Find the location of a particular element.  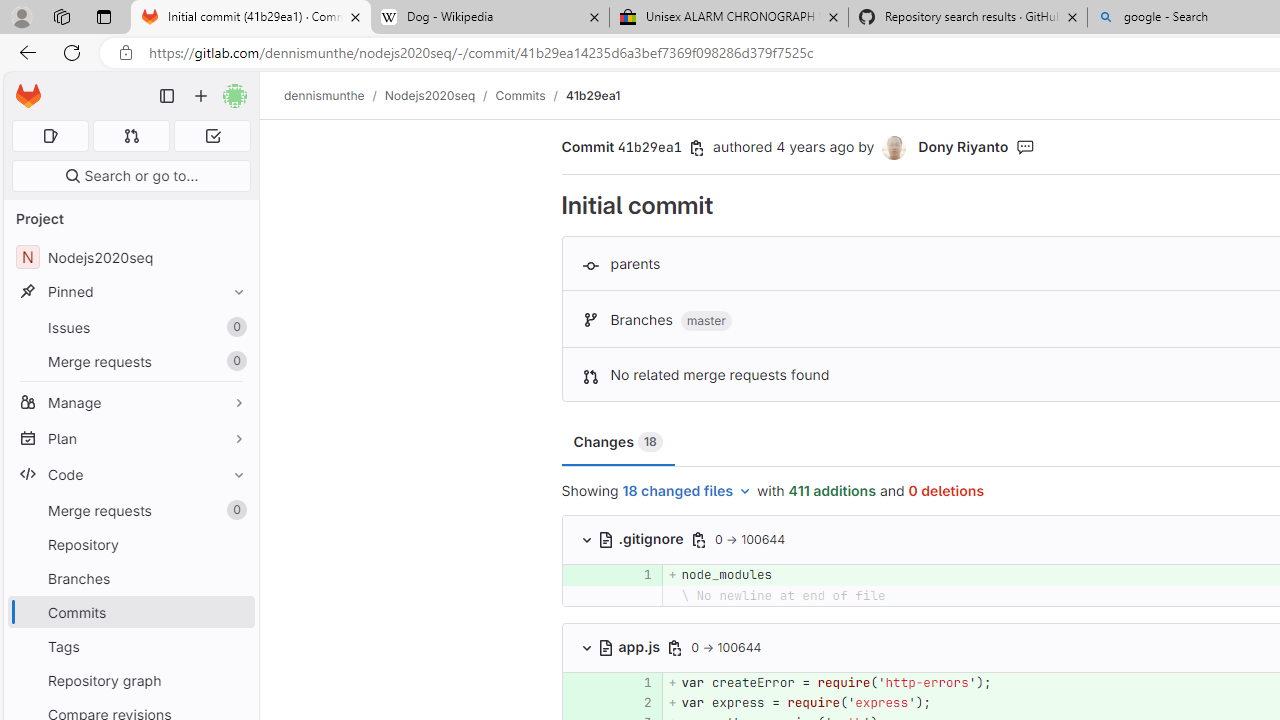

'Repository' is located at coordinates (130, 544).